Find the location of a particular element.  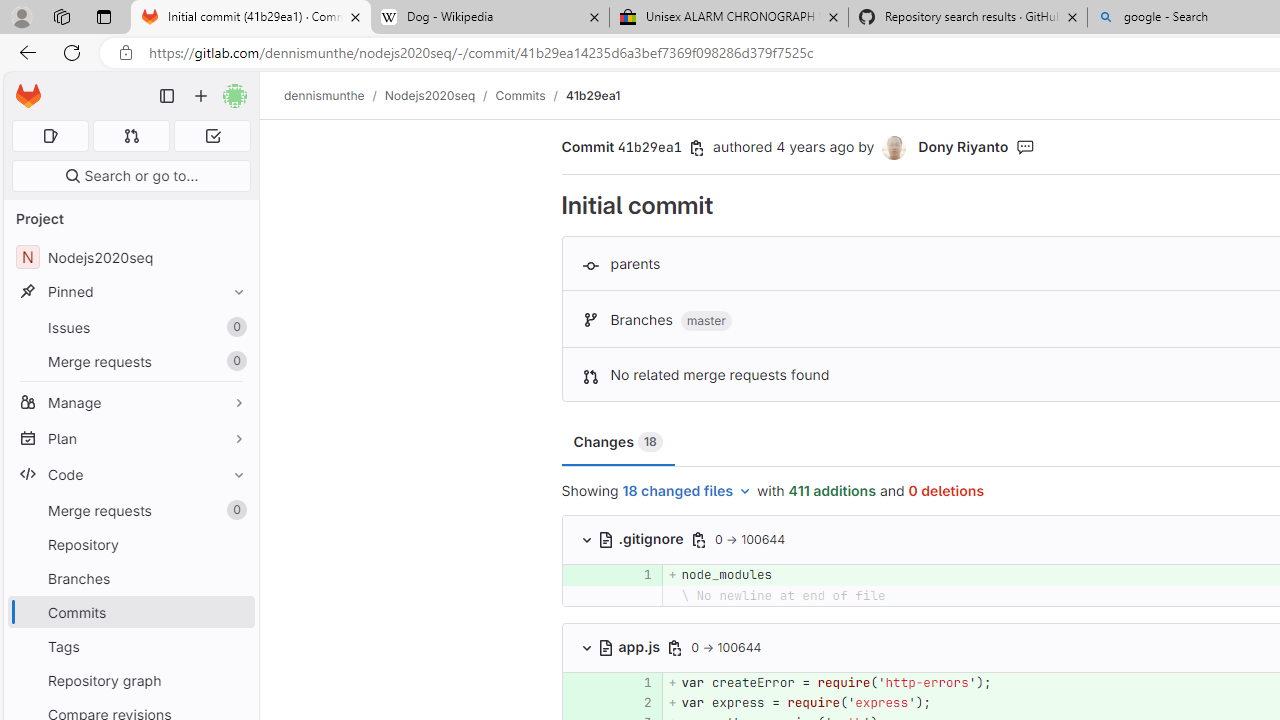

'Repository' is located at coordinates (130, 544).